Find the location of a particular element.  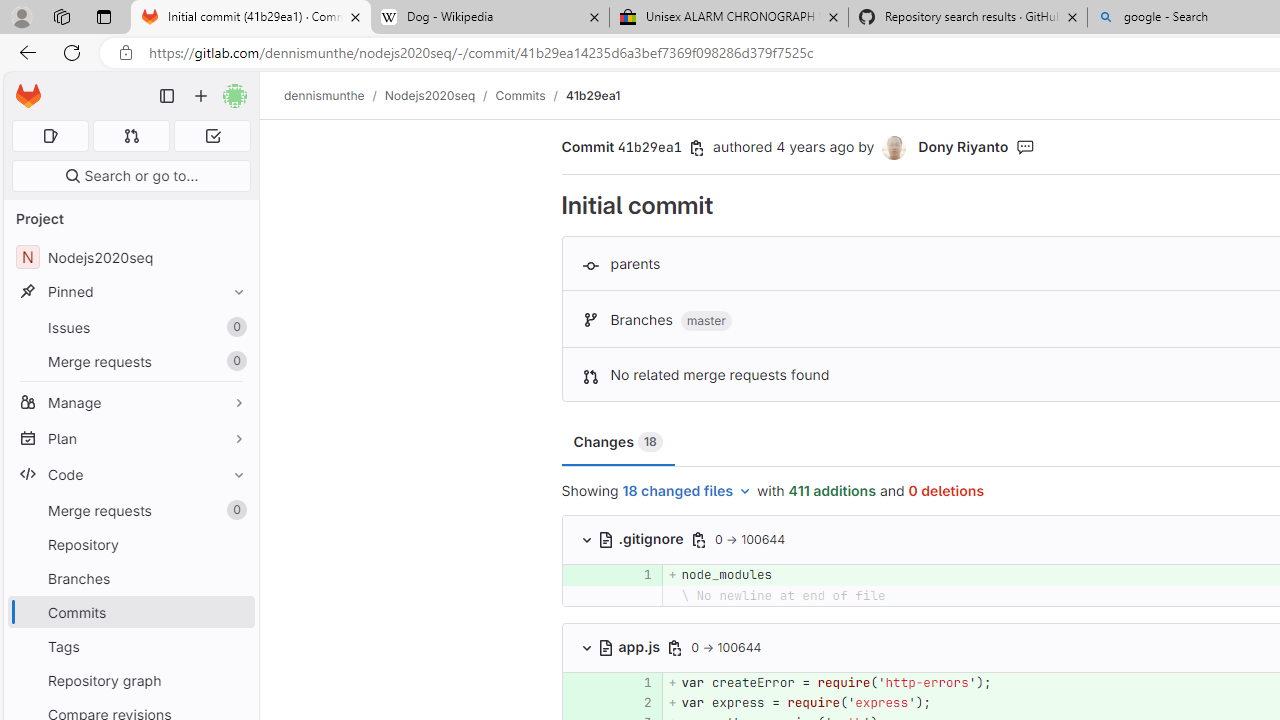

'Repository' is located at coordinates (130, 544).